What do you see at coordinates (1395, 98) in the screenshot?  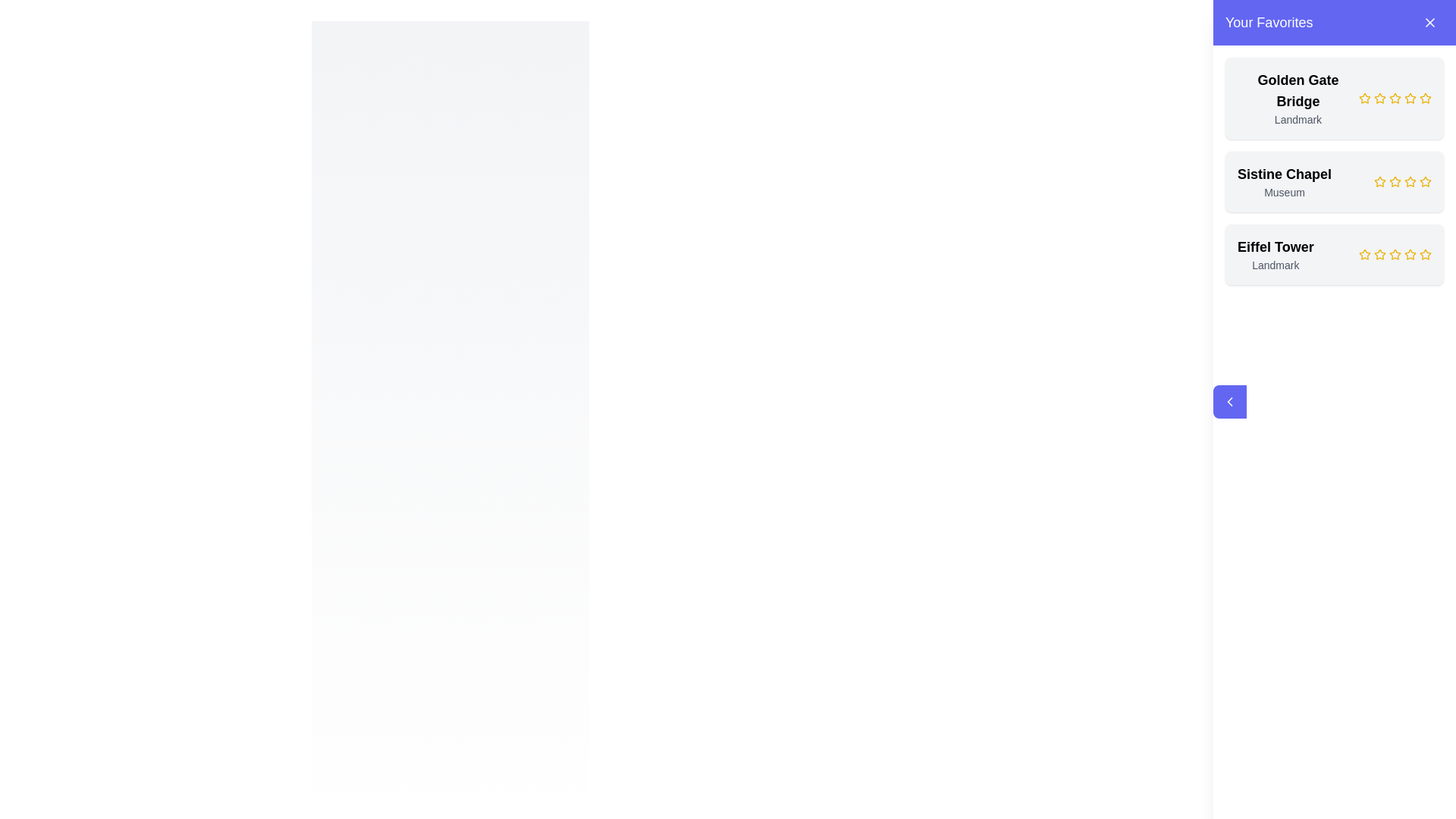 I see `the third star icon used for rating purposes, located in the 'Your Favorites' panel below the 'Golden Gate Bridge' label` at bounding box center [1395, 98].